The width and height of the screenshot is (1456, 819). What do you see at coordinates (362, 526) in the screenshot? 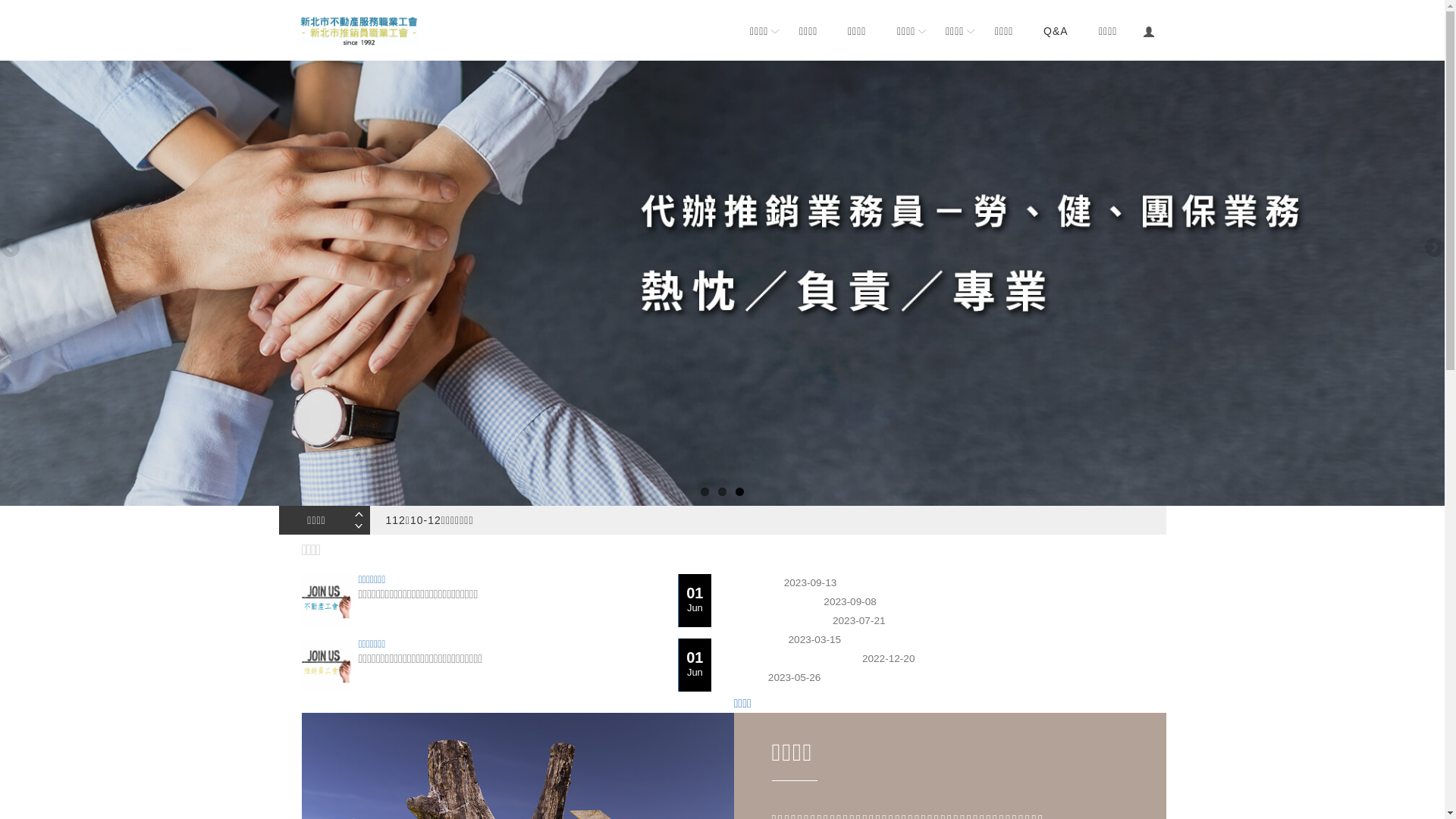
I see `'Next'` at bounding box center [362, 526].